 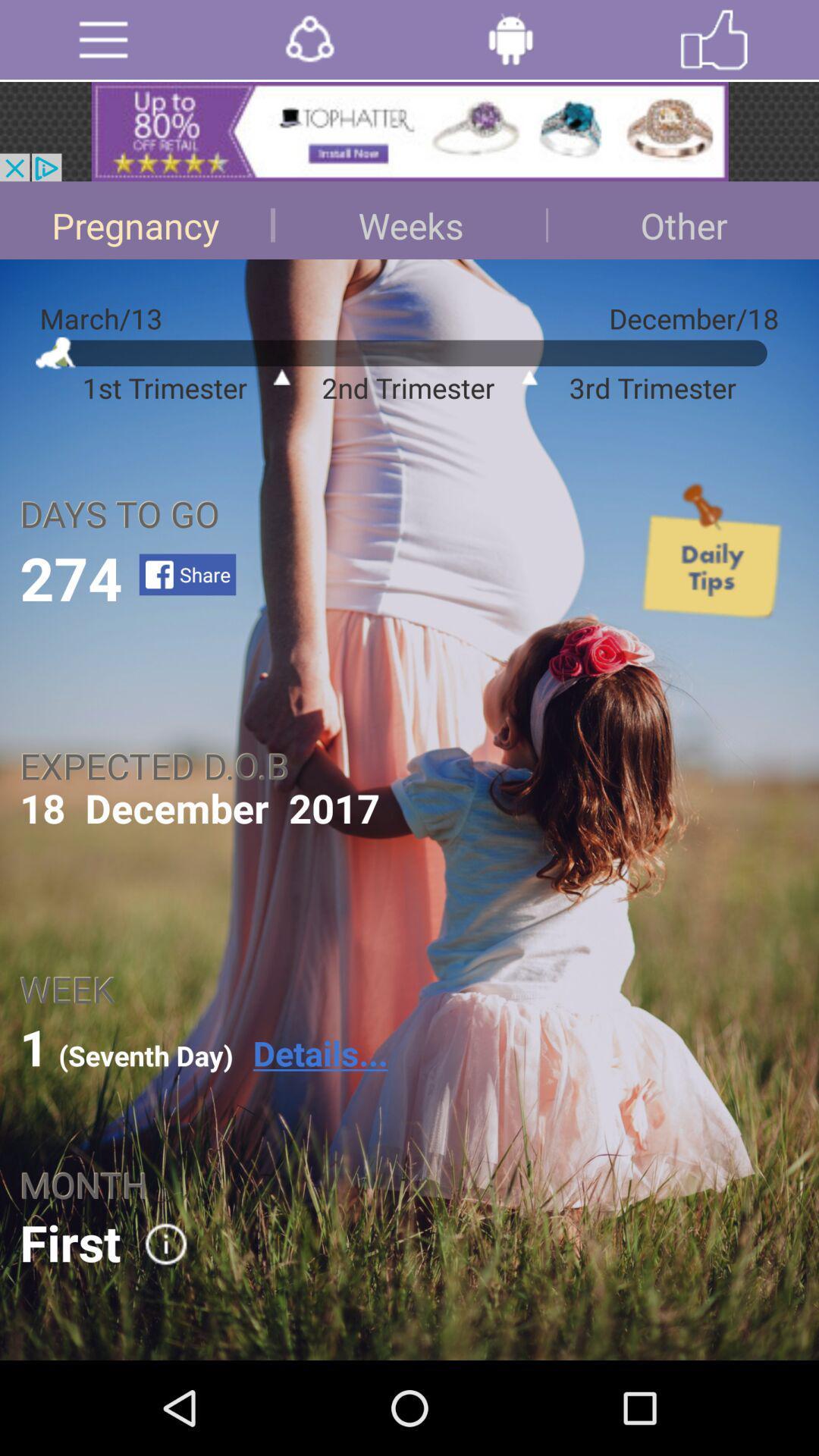 What do you see at coordinates (309, 39) in the screenshot?
I see `switch autoplay option` at bounding box center [309, 39].